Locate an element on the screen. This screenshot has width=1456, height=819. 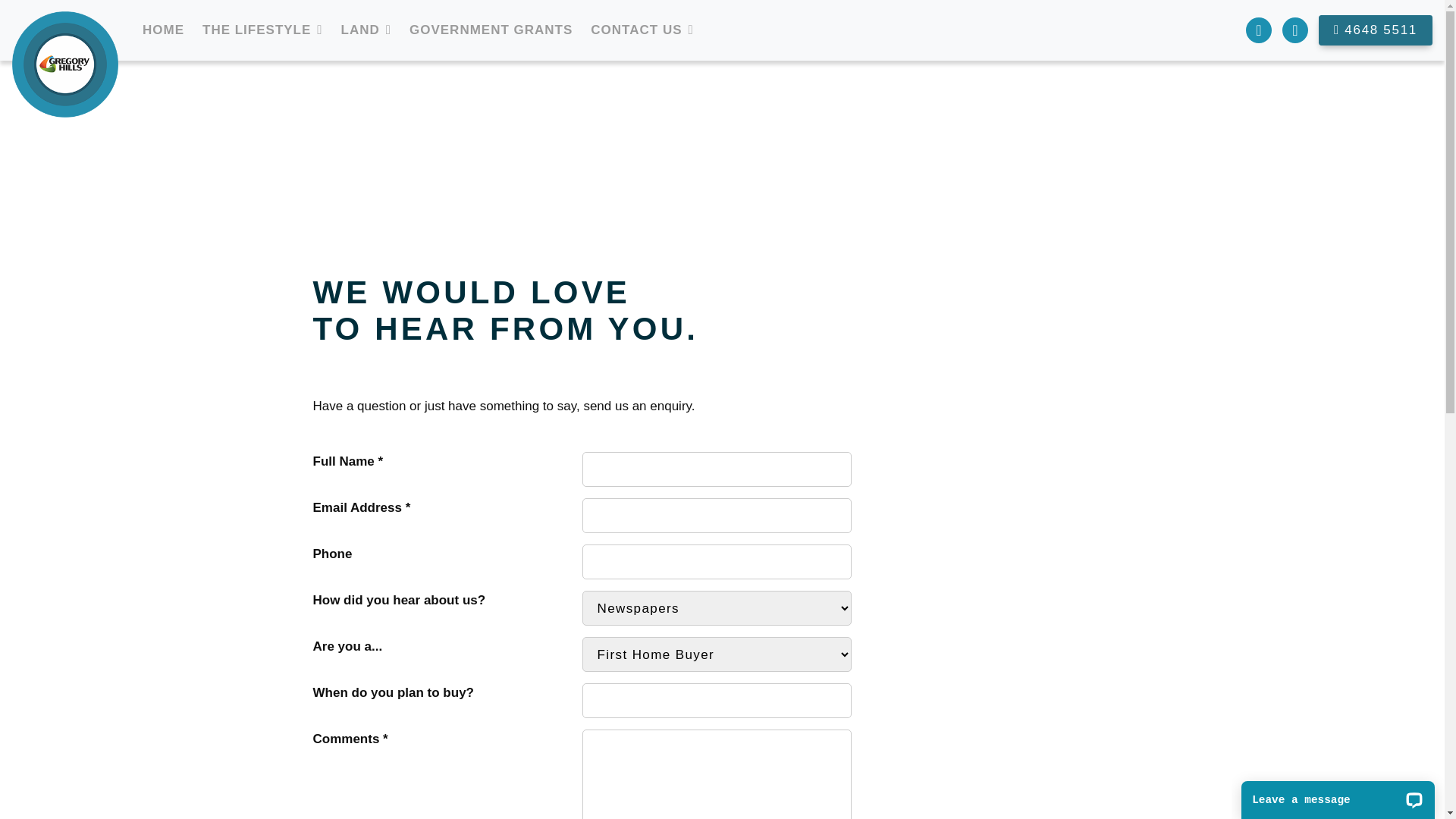
'THE LIFESTYLE' is located at coordinates (256, 30).